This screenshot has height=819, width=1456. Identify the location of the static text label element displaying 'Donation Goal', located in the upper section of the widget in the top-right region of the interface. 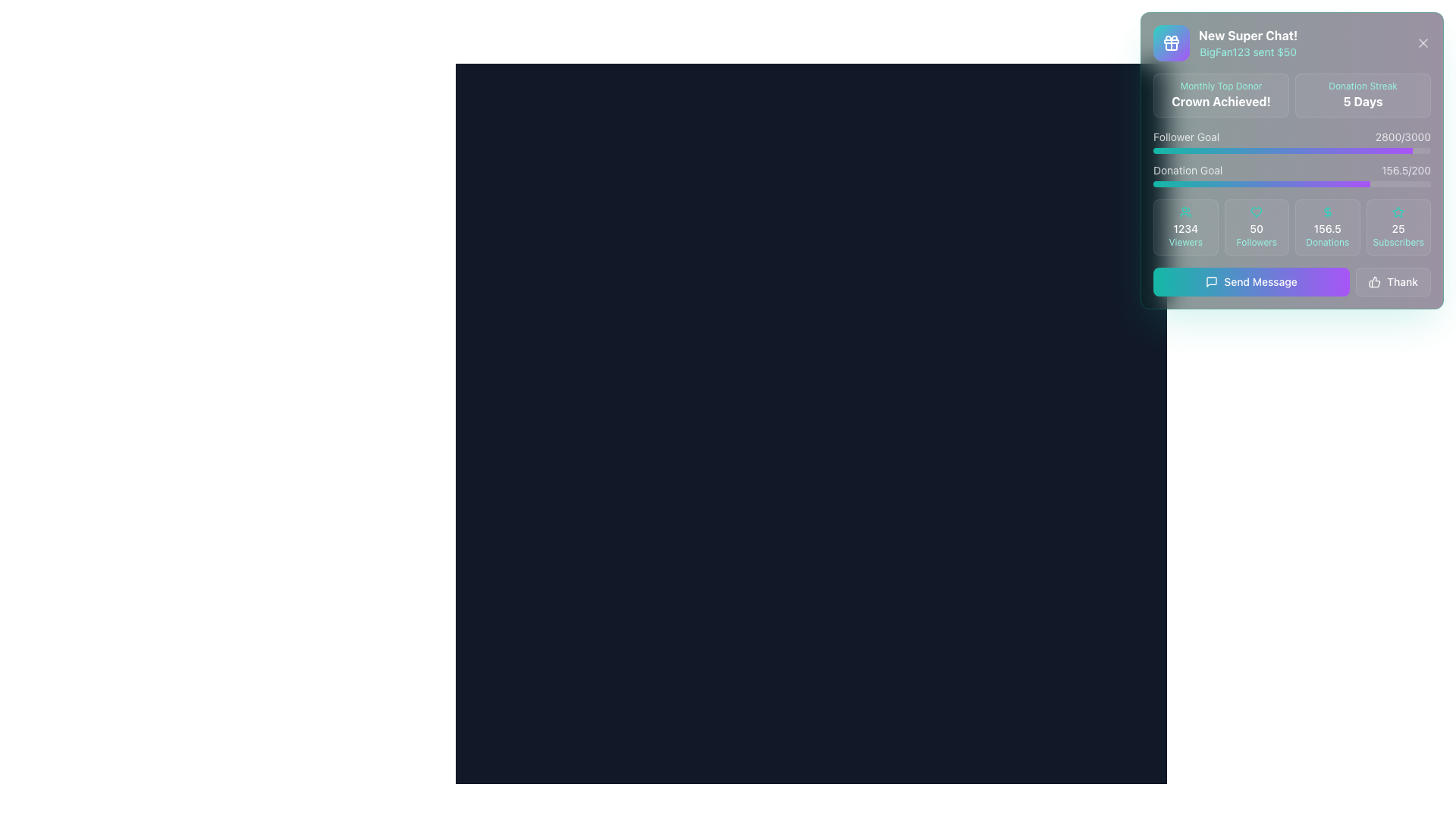
(1187, 170).